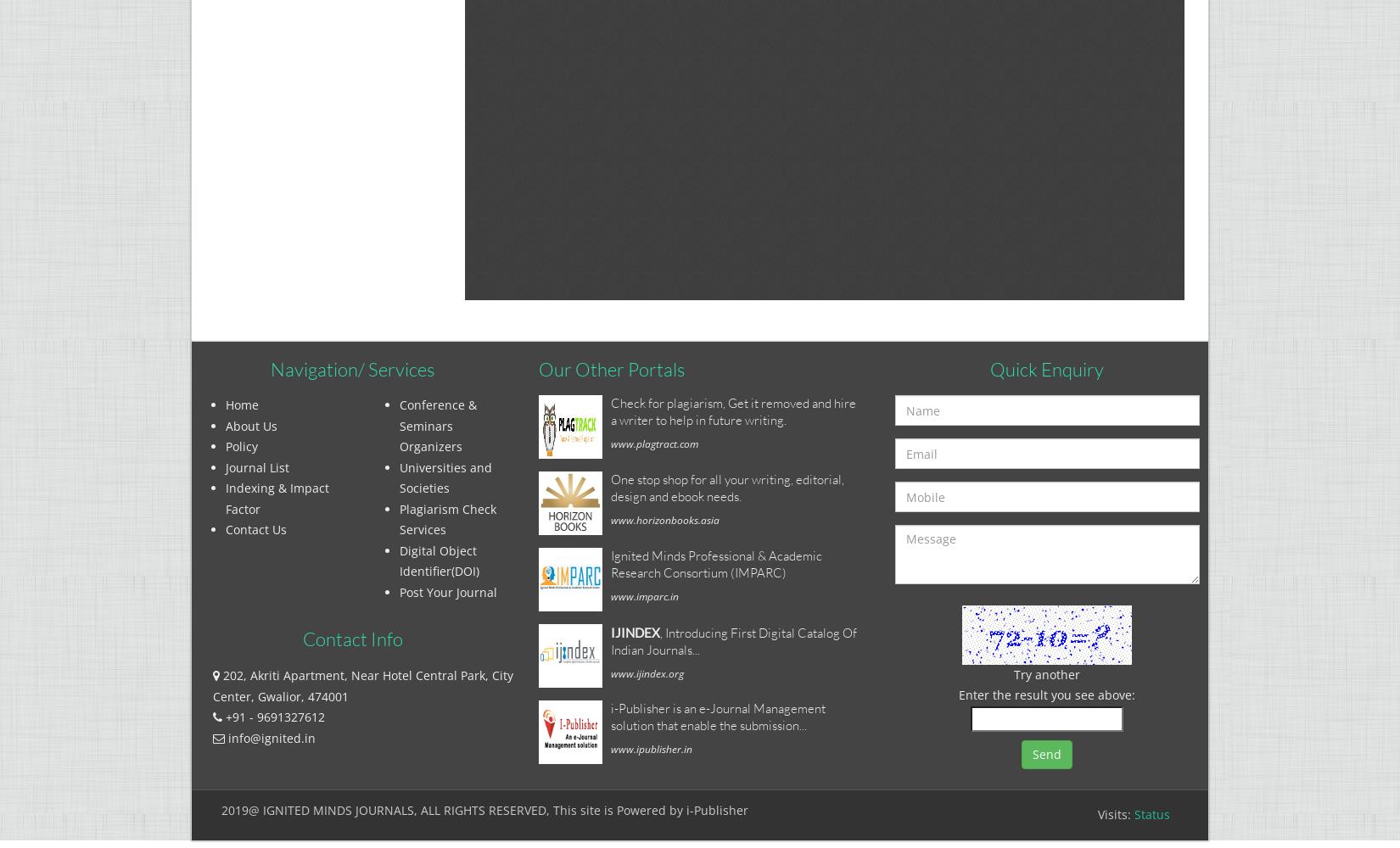 The height and width of the screenshot is (848, 1400). What do you see at coordinates (664, 519) in the screenshot?
I see `'www.horizonbooks.asia'` at bounding box center [664, 519].